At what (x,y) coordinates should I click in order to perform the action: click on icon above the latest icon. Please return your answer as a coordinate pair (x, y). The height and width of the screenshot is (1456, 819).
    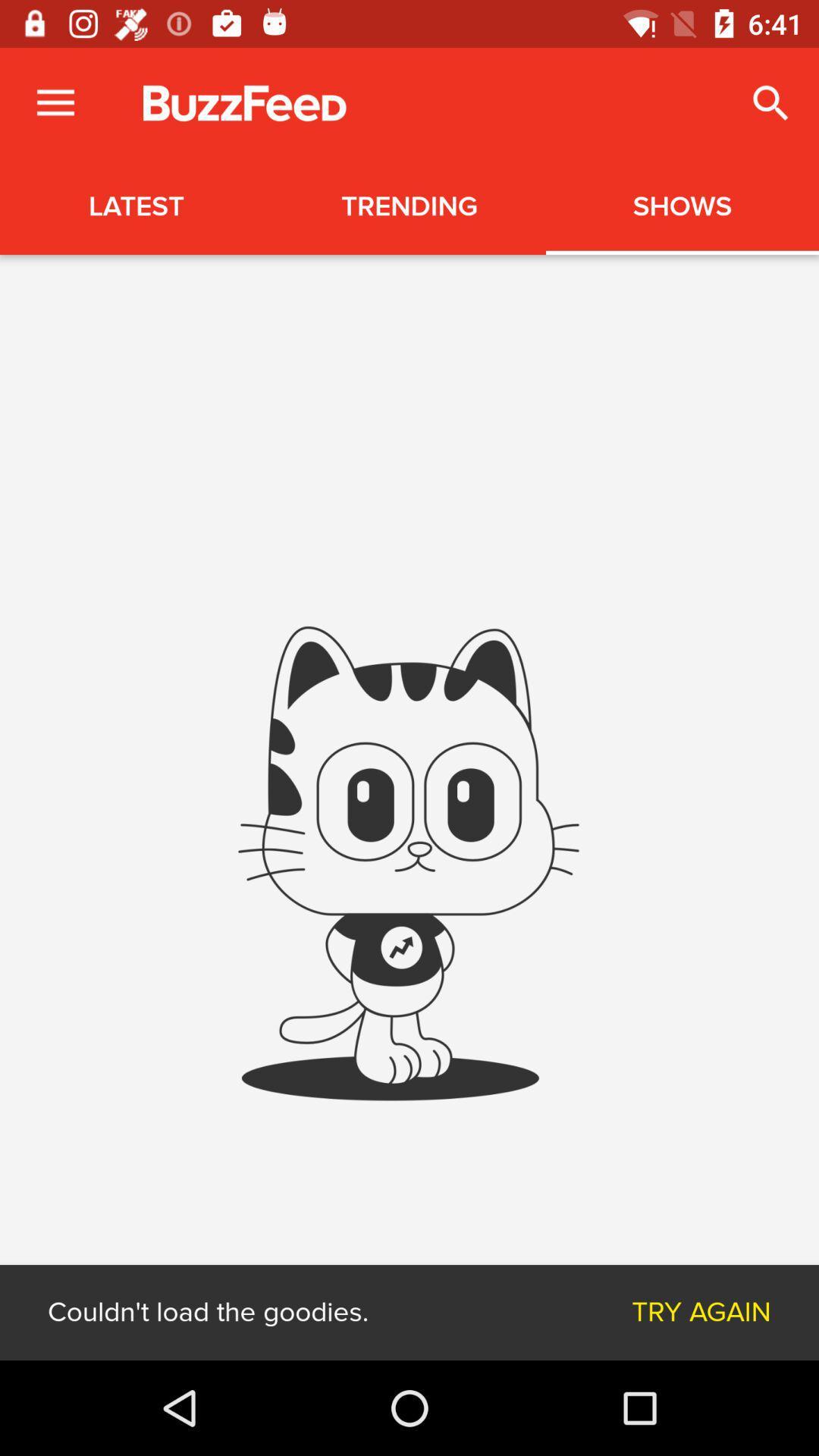
    Looking at the image, I should click on (55, 102).